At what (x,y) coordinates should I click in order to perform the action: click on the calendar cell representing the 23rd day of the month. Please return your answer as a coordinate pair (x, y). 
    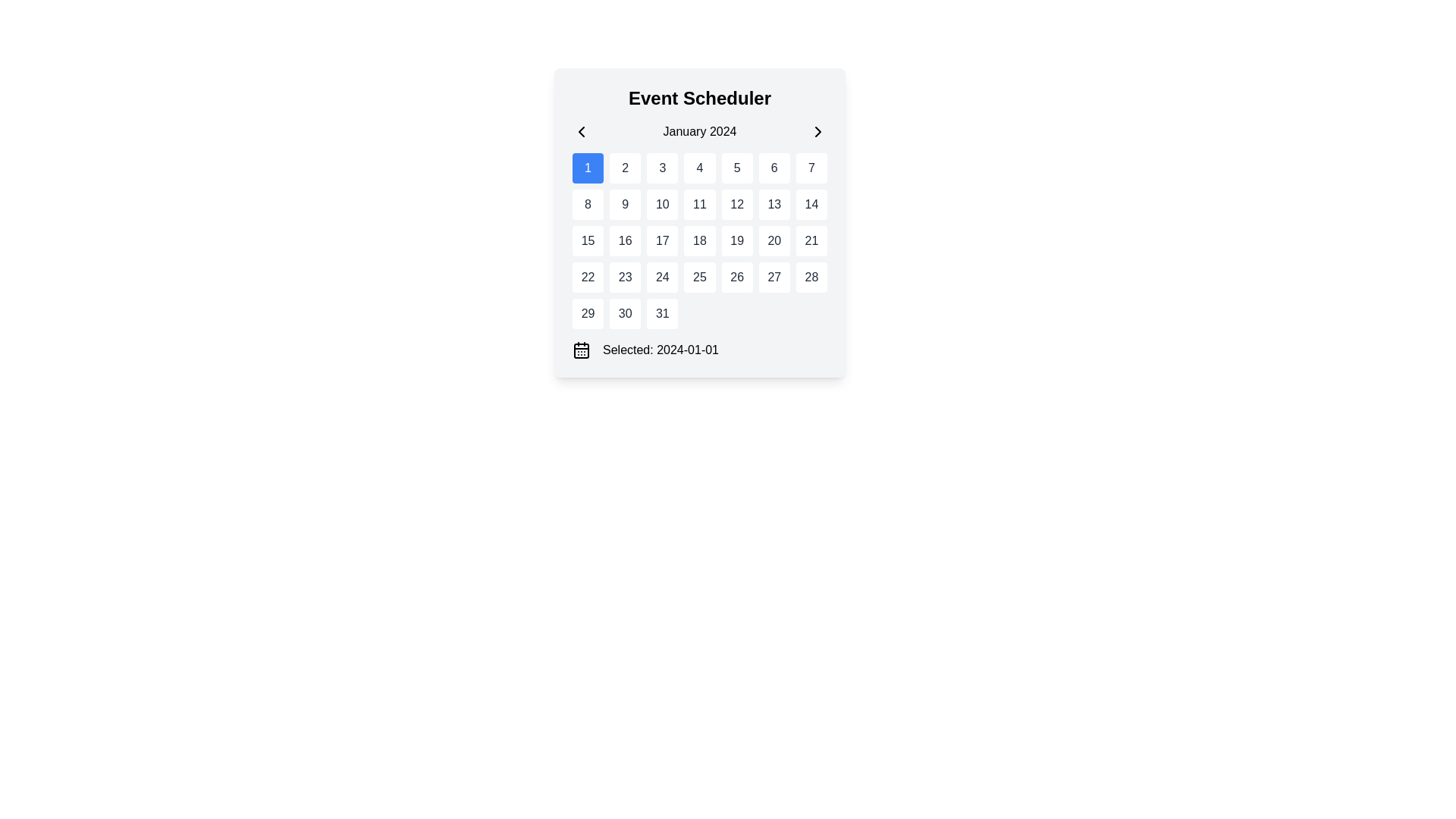
    Looking at the image, I should click on (625, 278).